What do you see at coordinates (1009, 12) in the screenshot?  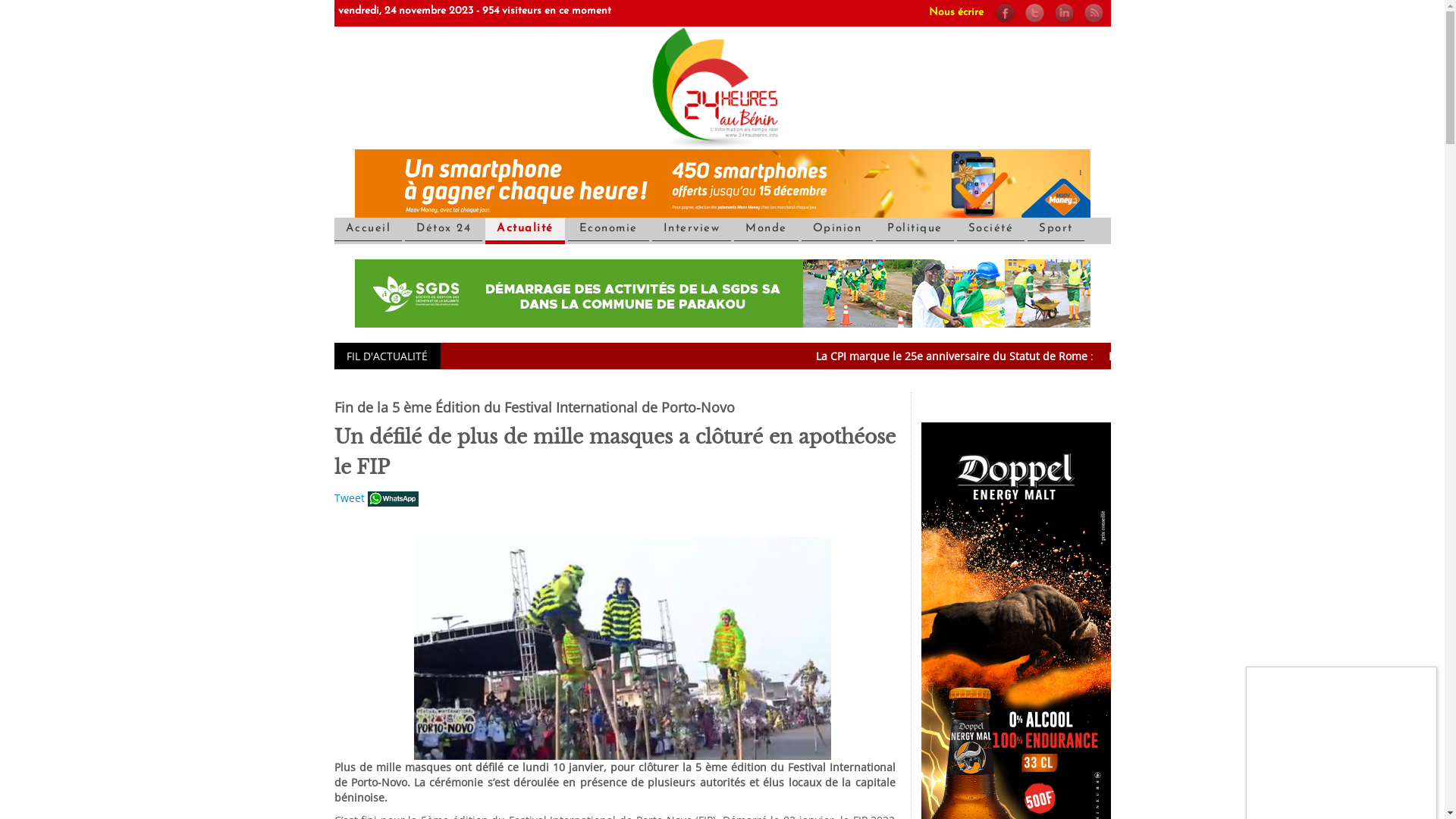 I see `'Notre page facebook'` at bounding box center [1009, 12].